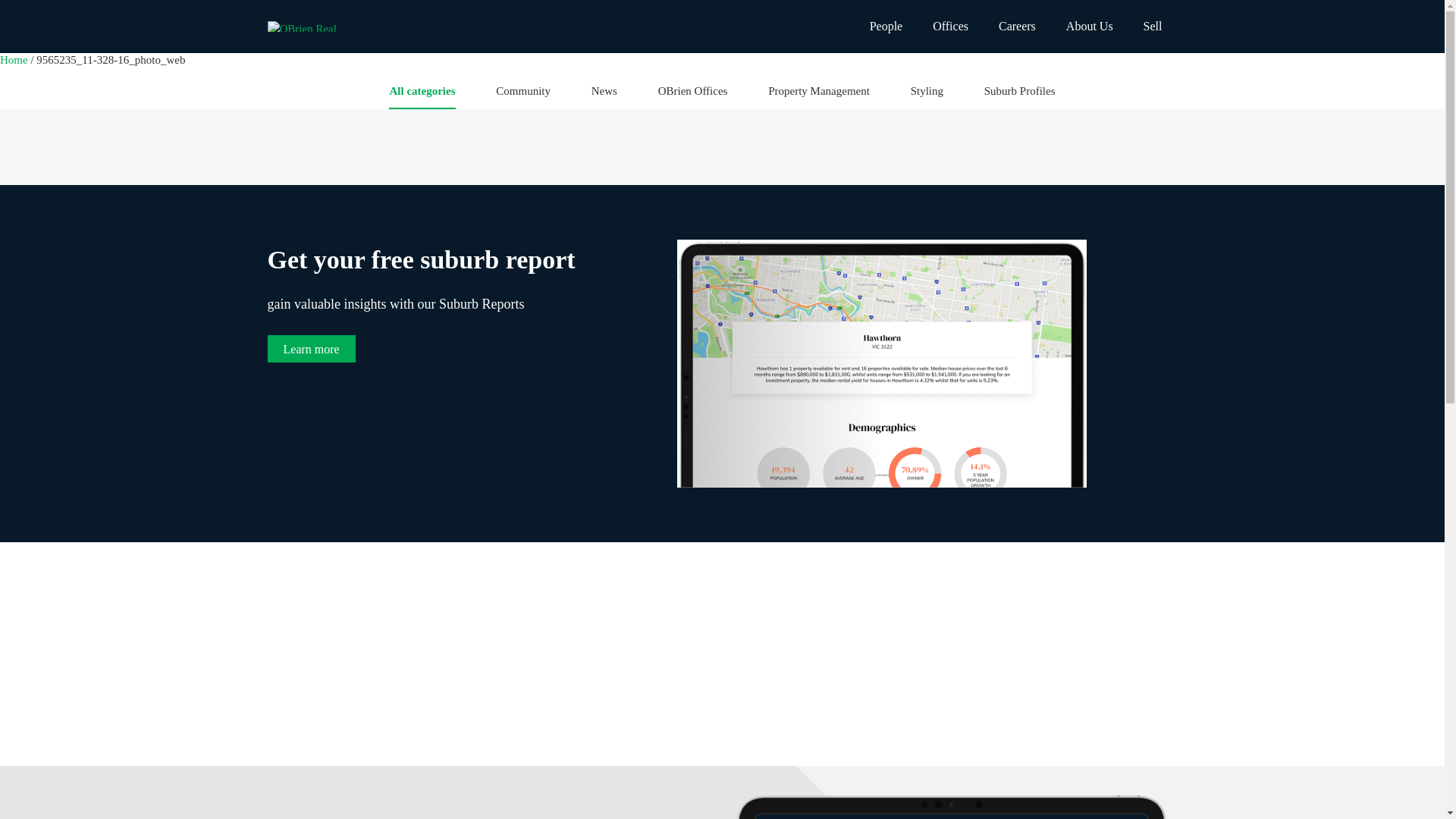 The width and height of the screenshot is (1456, 819). Describe the element at coordinates (658, 96) in the screenshot. I see `'OBrien Offices'` at that location.